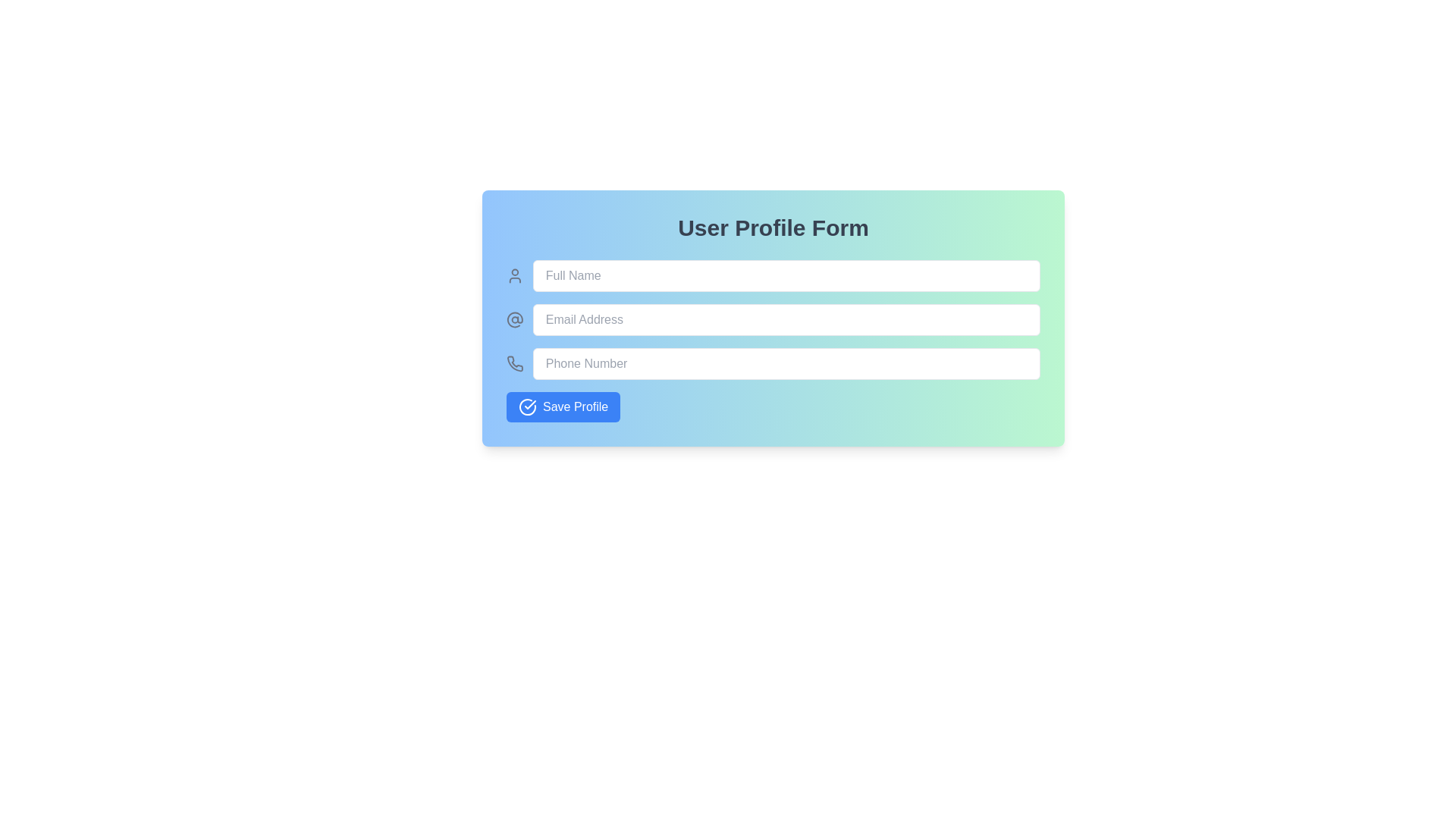 The height and width of the screenshot is (819, 1456). What do you see at coordinates (515, 363) in the screenshot?
I see `the phone number icon in the profile form, located to the left of the phone number input area in the third row below the form's title` at bounding box center [515, 363].